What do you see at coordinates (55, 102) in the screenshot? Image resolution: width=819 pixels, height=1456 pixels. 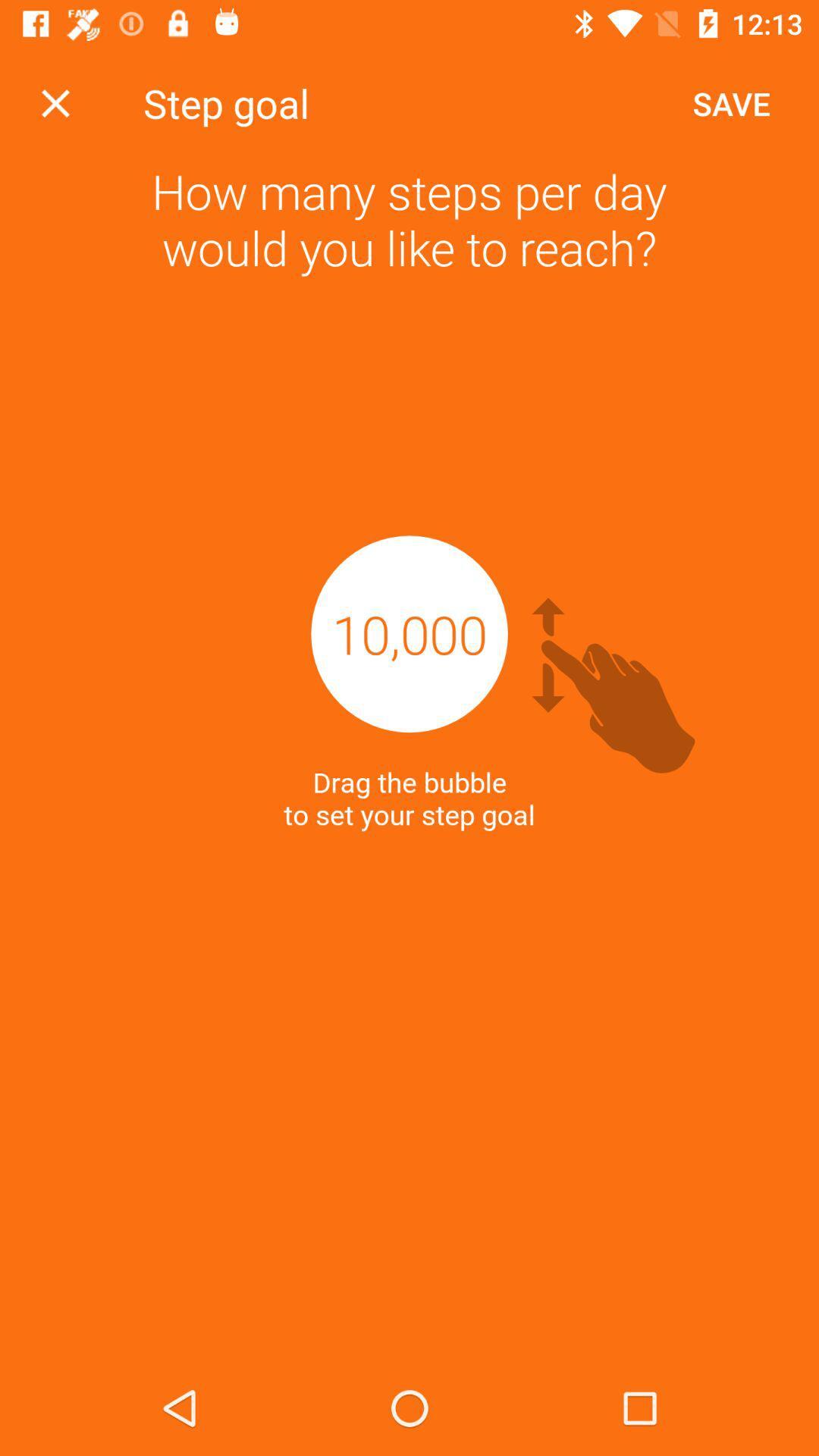 I see `screen` at bounding box center [55, 102].